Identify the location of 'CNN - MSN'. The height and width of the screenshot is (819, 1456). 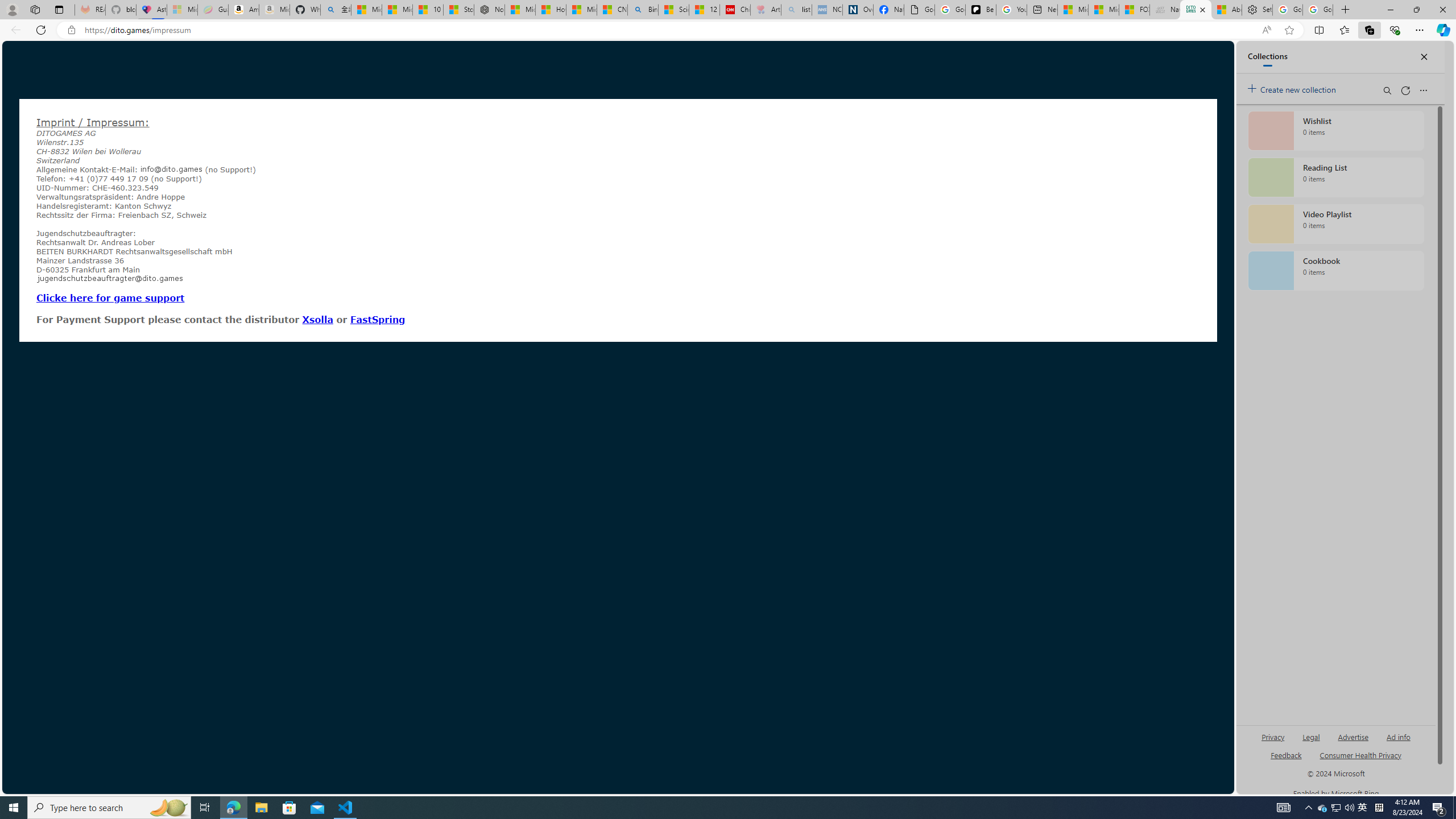
(612, 9).